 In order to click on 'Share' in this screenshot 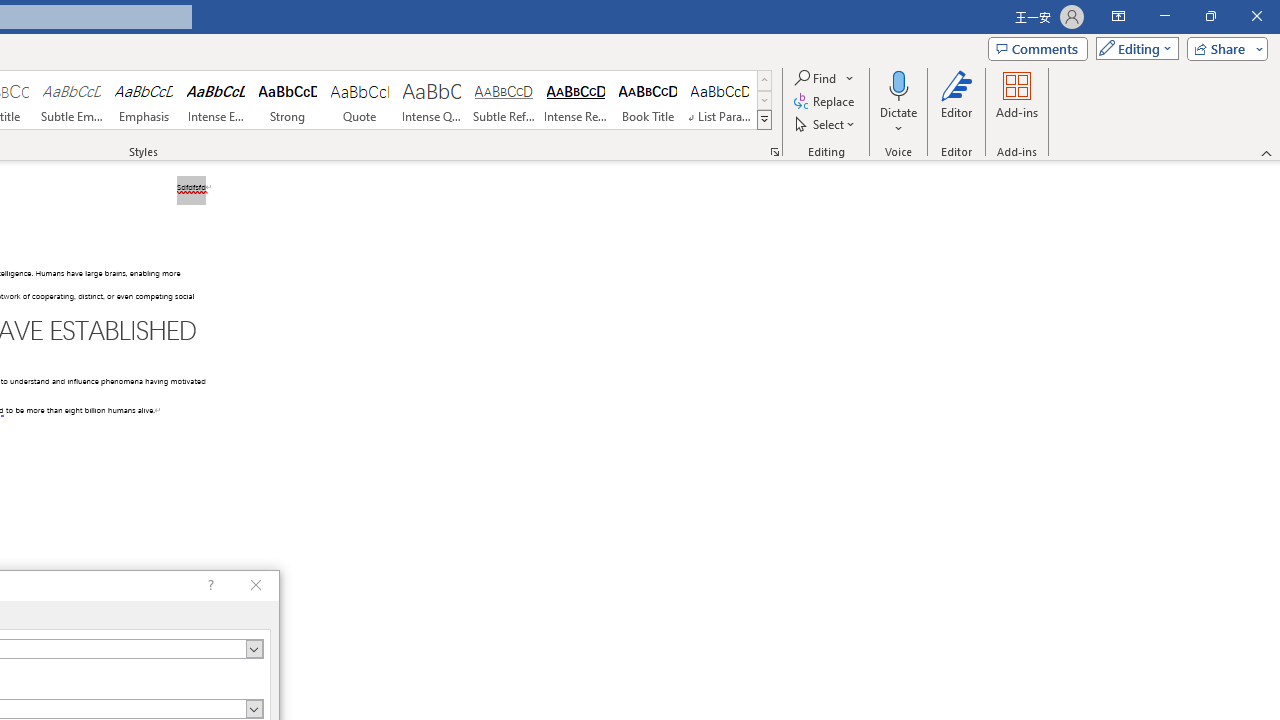, I will do `click(1222, 47)`.